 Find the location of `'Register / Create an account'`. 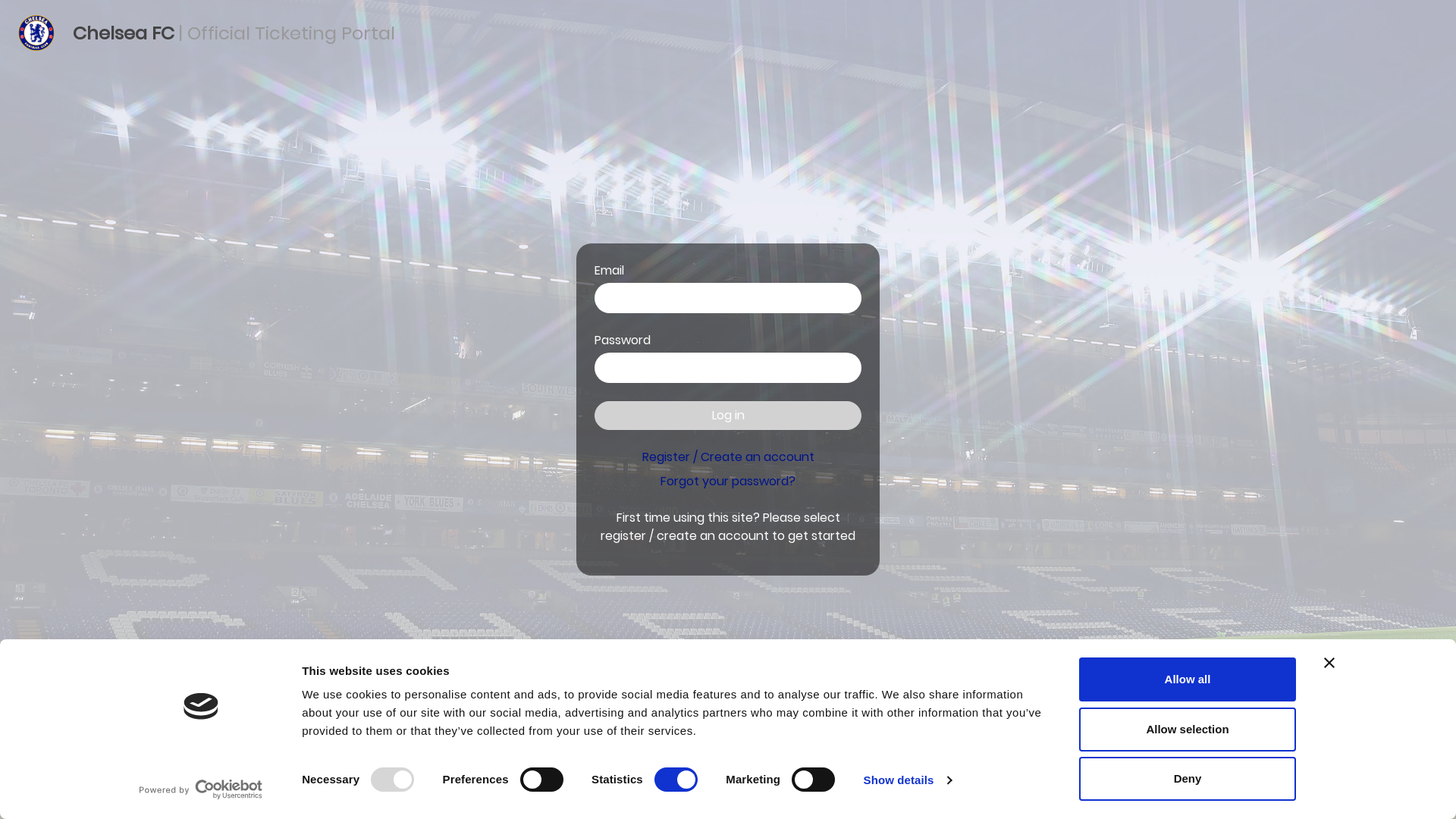

'Register / Create an account' is located at coordinates (726, 456).